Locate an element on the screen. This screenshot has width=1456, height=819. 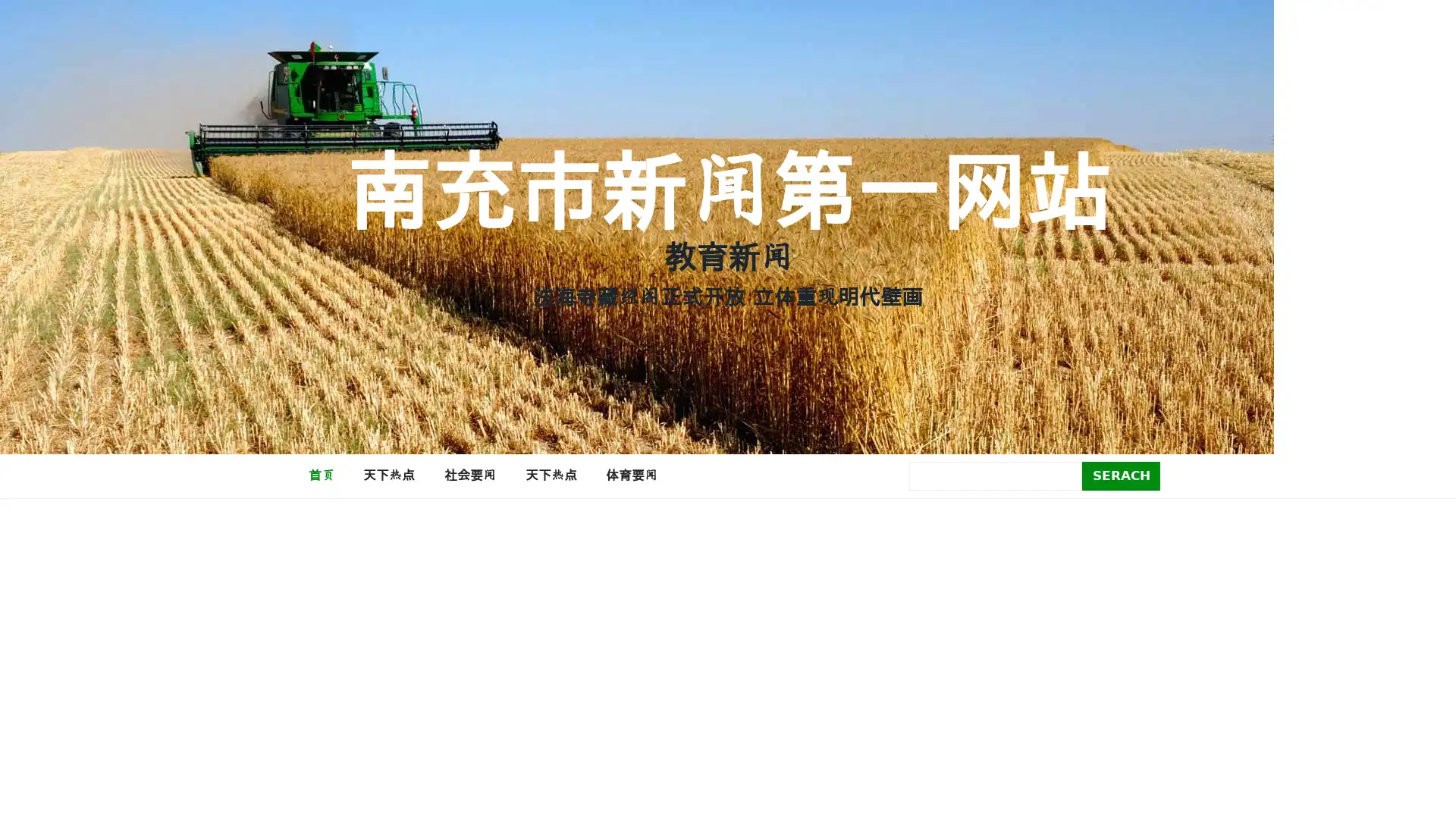
serach is located at coordinates (1121, 475).